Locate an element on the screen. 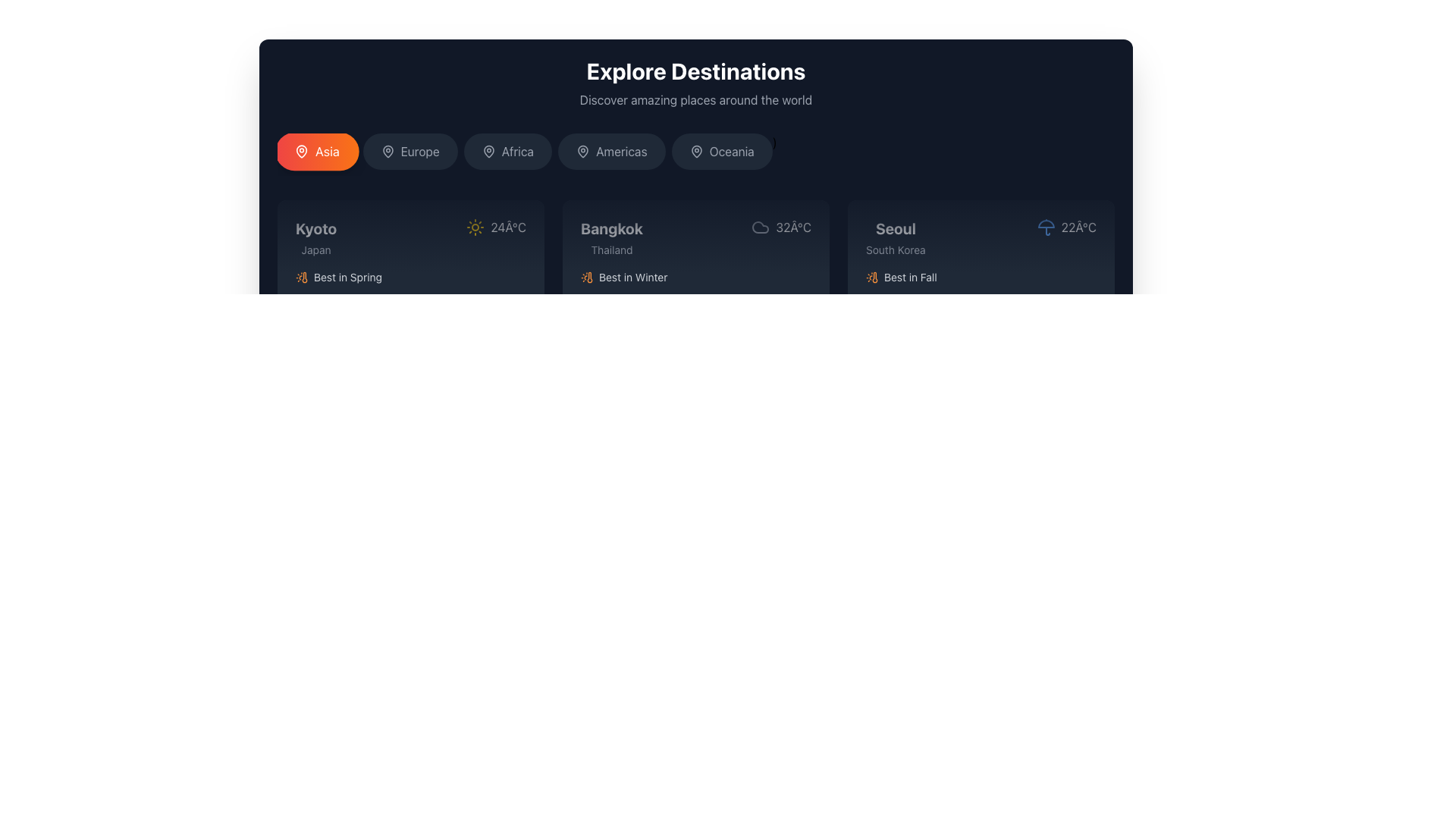 Image resolution: width=1456 pixels, height=819 pixels. the orange thermometer icon located within the weather information card, positioned beneath the temperature details and to the left of the descriptive text is located at coordinates (588, 278).